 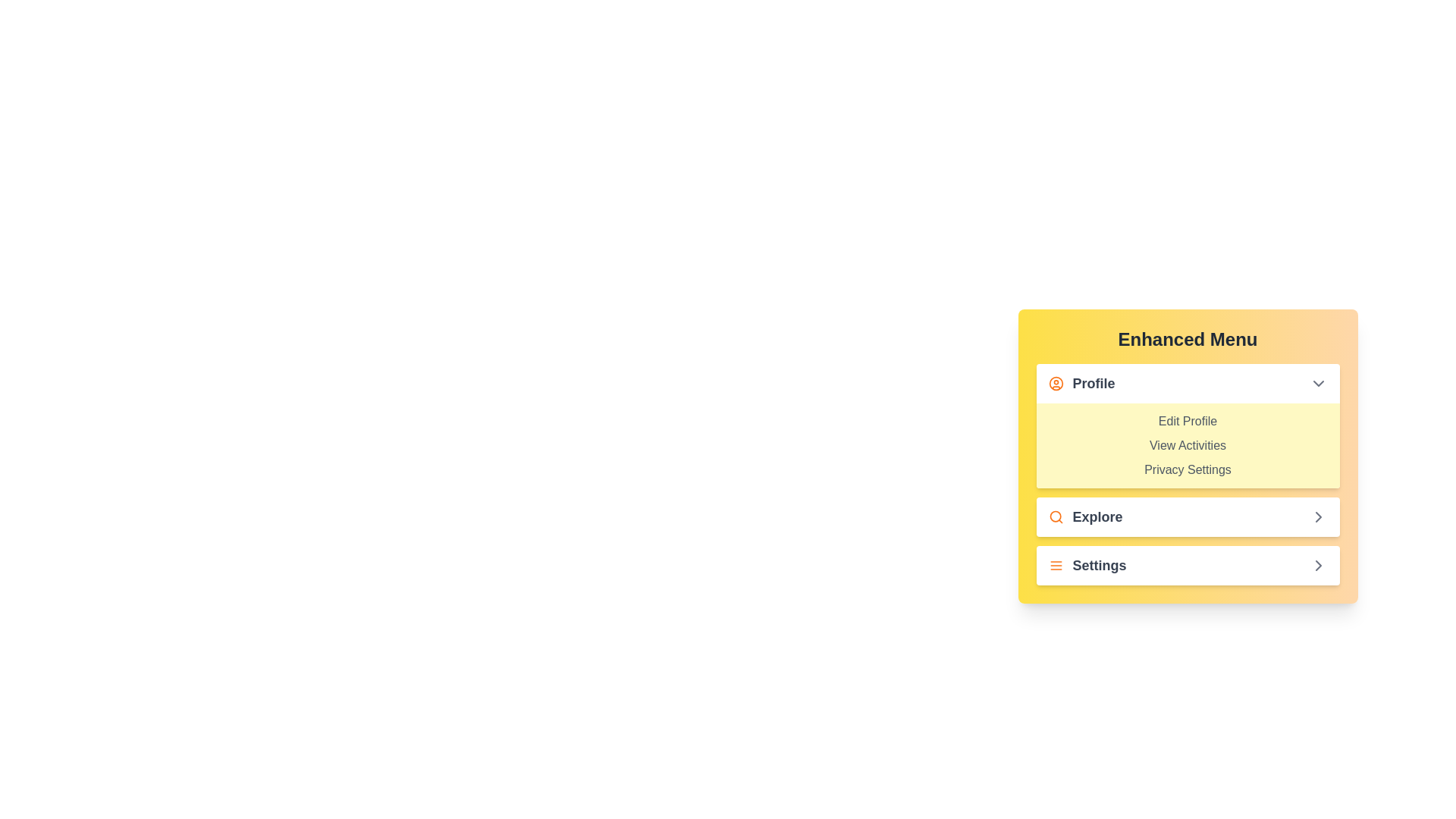 What do you see at coordinates (1187, 382) in the screenshot?
I see `the 'Profile' dropdown toggle button located at the top of the menu` at bounding box center [1187, 382].